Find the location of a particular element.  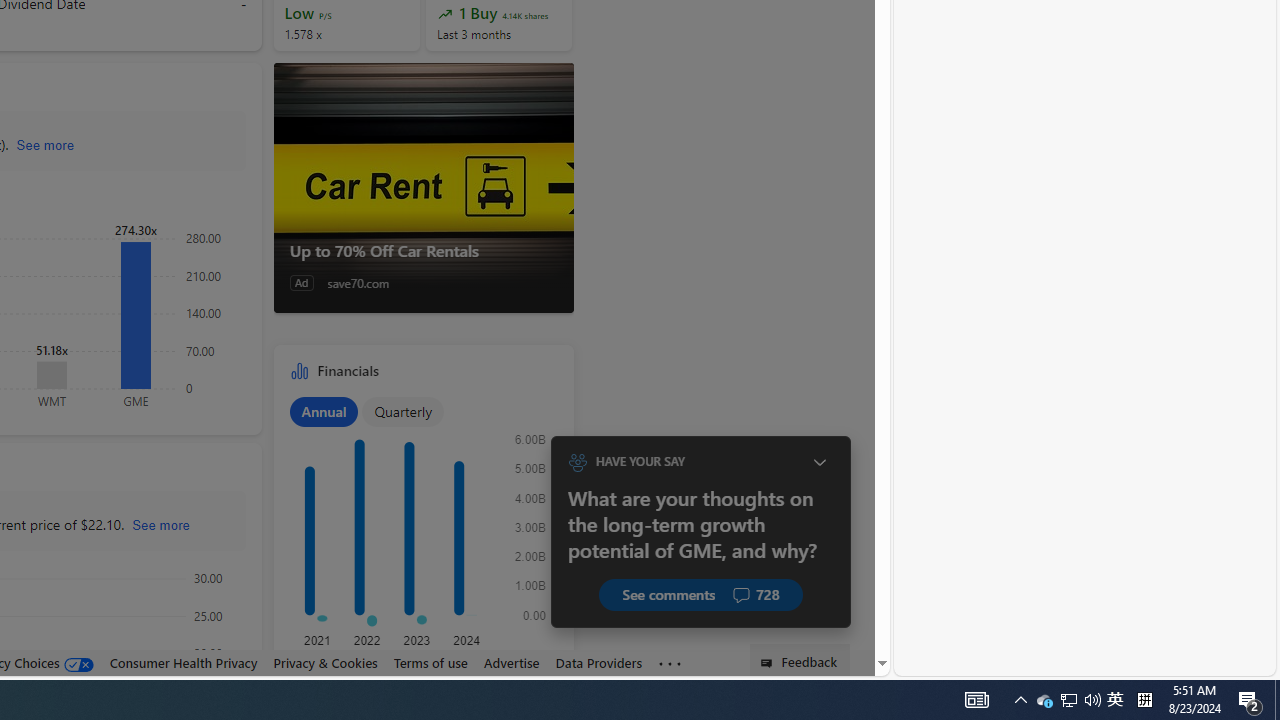

'Data Providers' is located at coordinates (598, 662).